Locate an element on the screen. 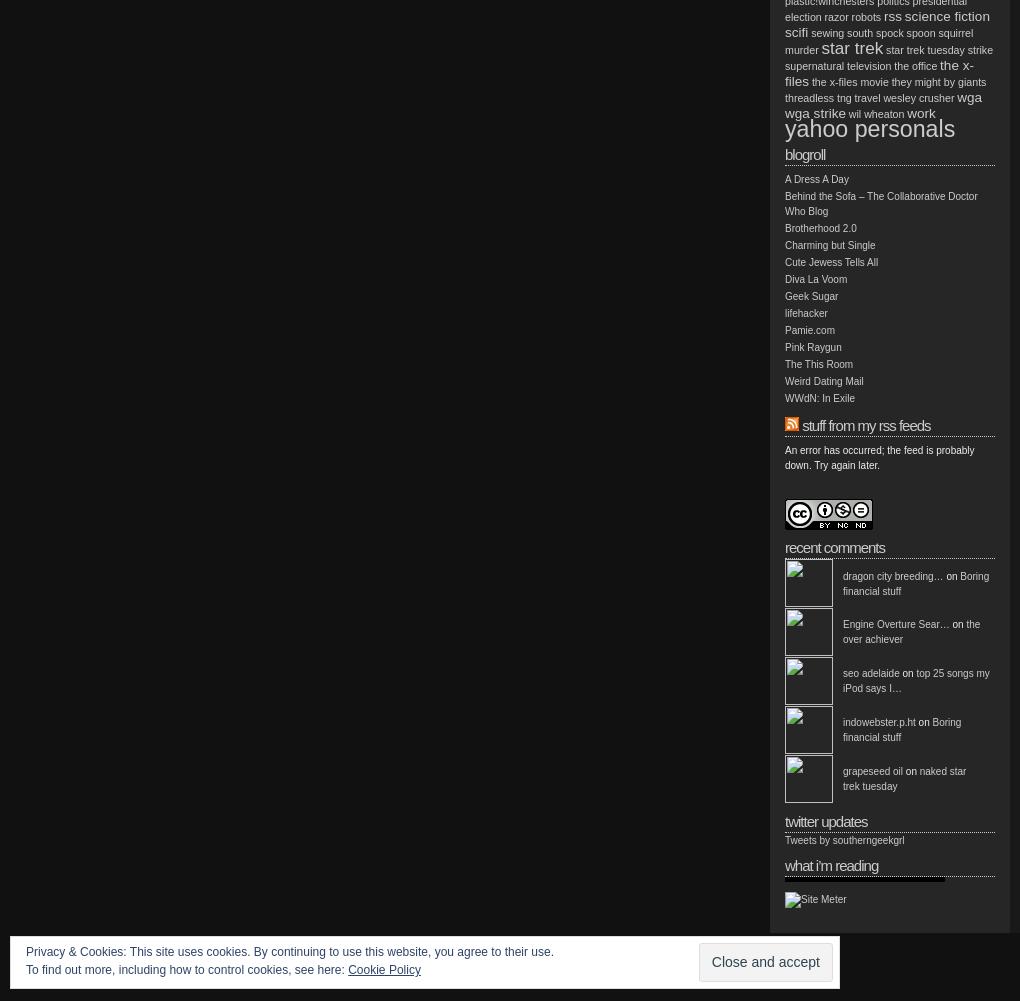 The width and height of the screenshot is (1020, 1001). 'work' is located at coordinates (920, 112).